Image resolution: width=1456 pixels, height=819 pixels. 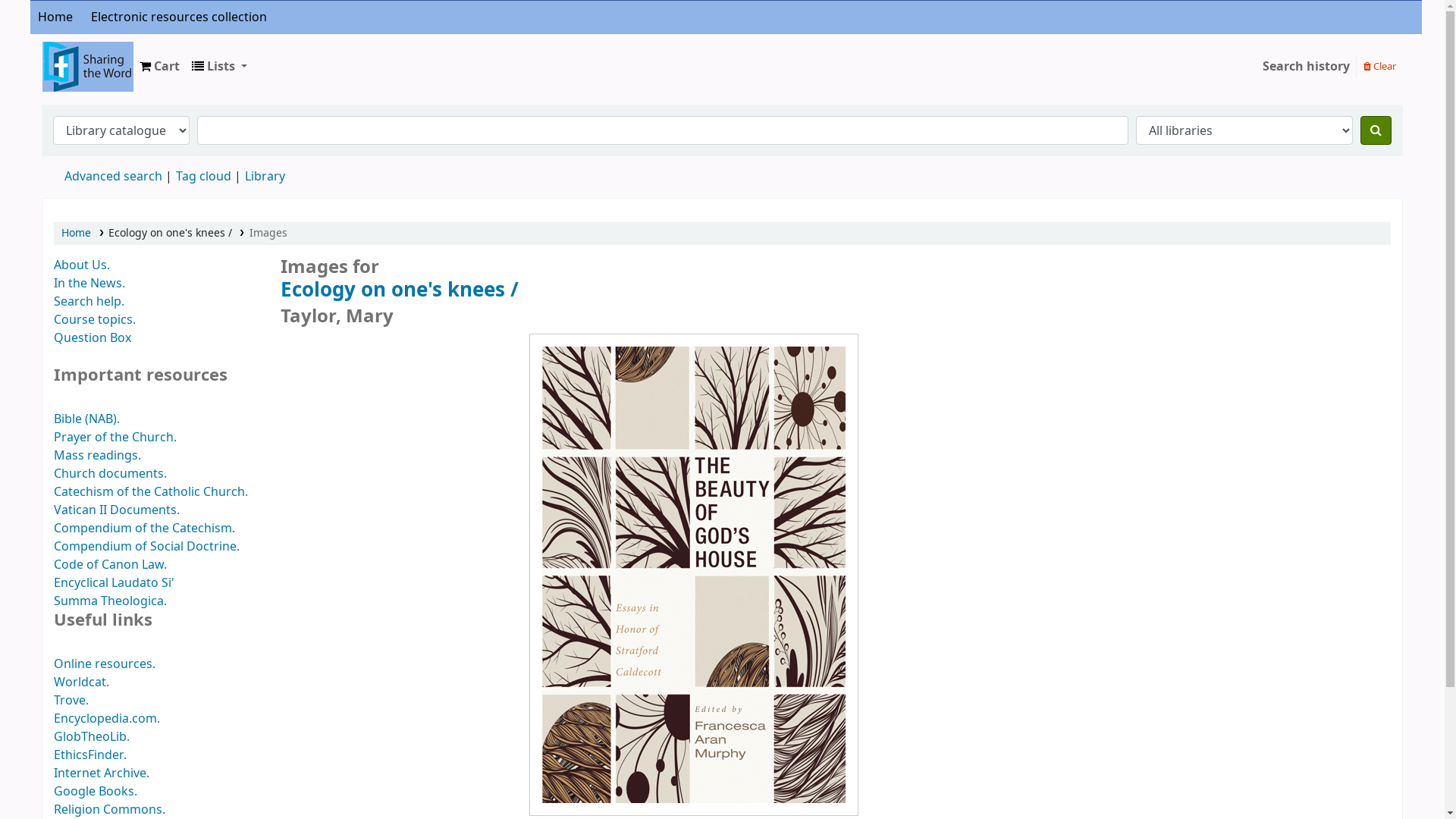 What do you see at coordinates (144, 528) in the screenshot?
I see `'Compendium of the Catechism.'` at bounding box center [144, 528].